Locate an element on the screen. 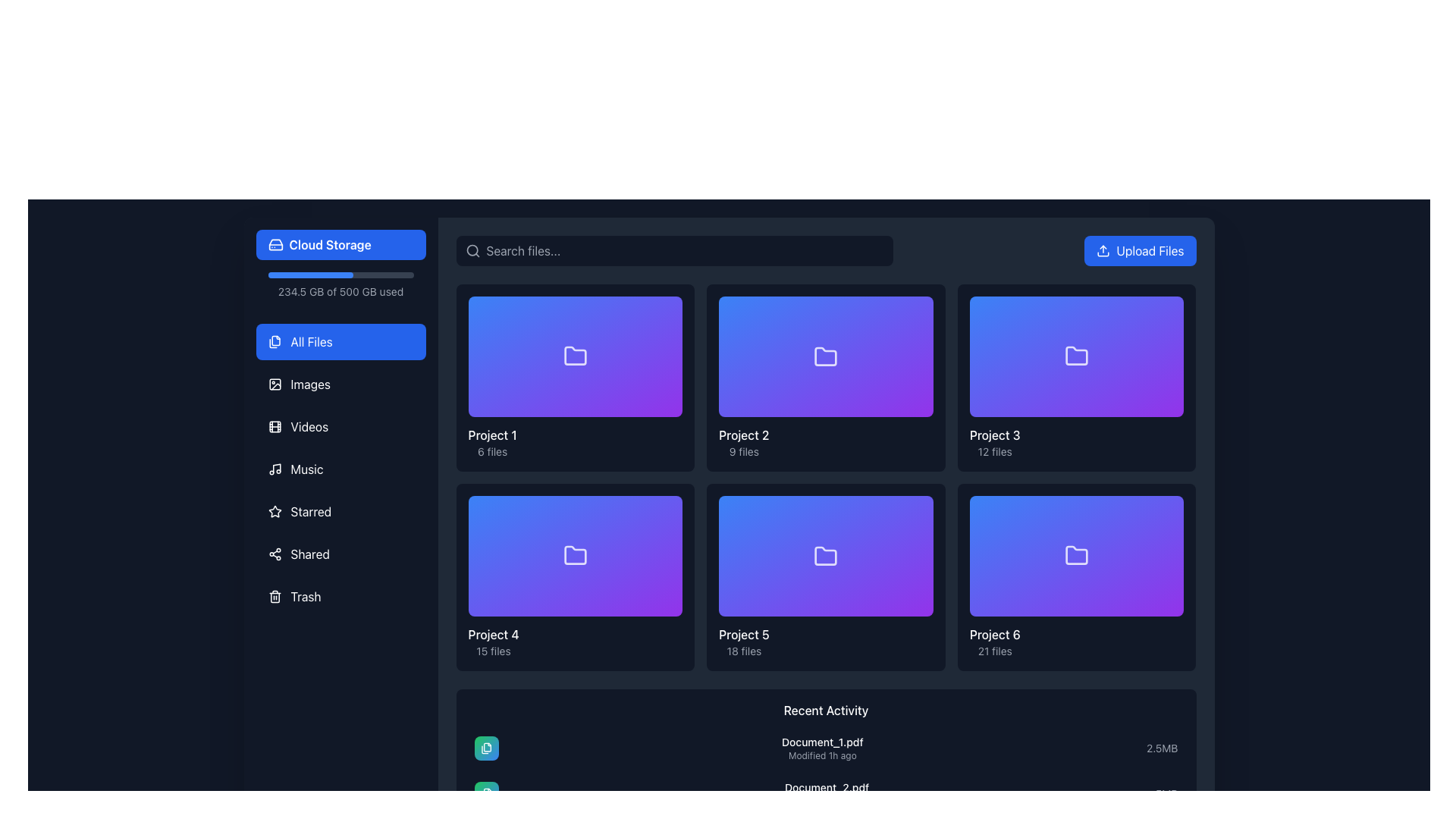 This screenshot has height=819, width=1456. the button in the top-right corner of the project card labeled 'Project 2' is located at coordinates (917, 311).